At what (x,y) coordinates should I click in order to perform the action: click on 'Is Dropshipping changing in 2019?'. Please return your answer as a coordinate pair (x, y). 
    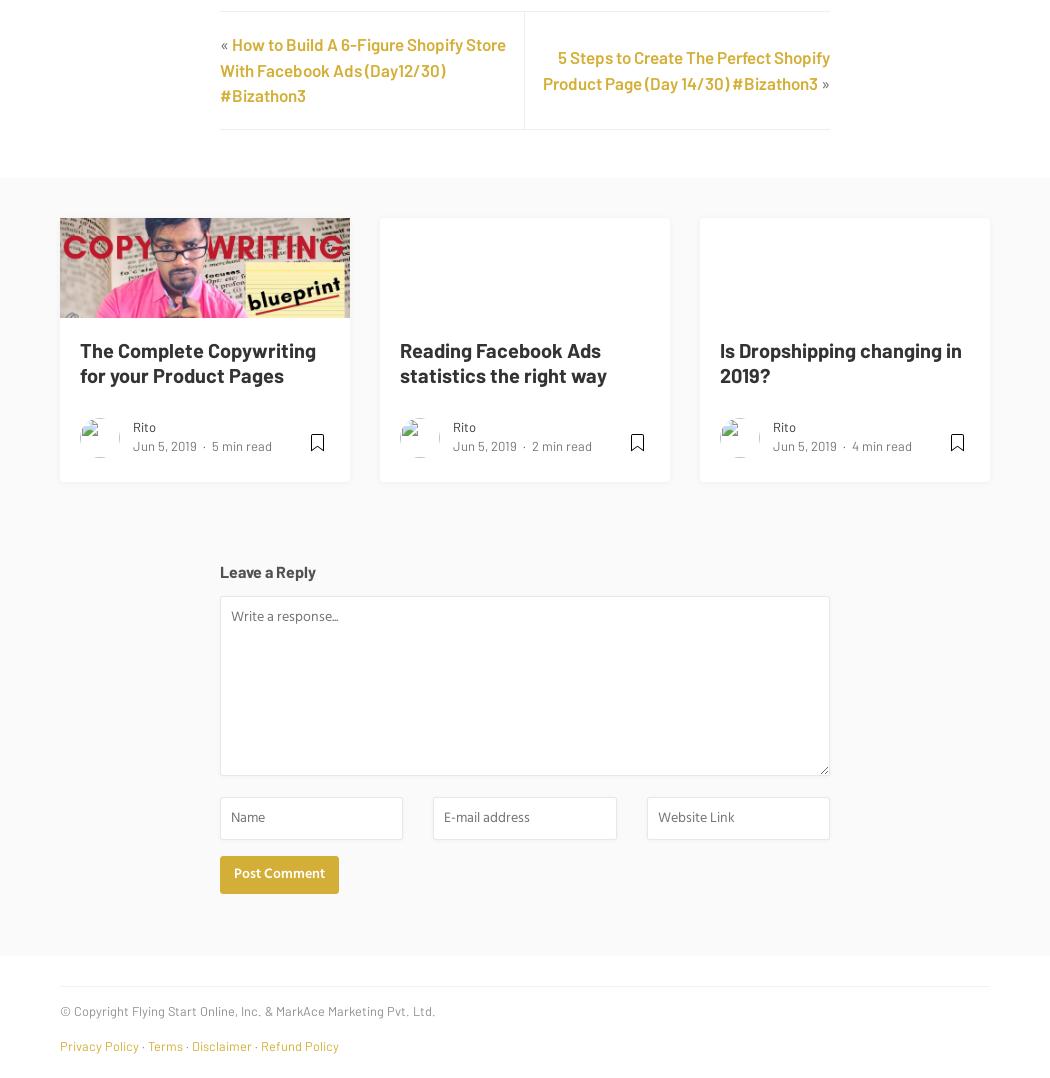
    Looking at the image, I should click on (840, 361).